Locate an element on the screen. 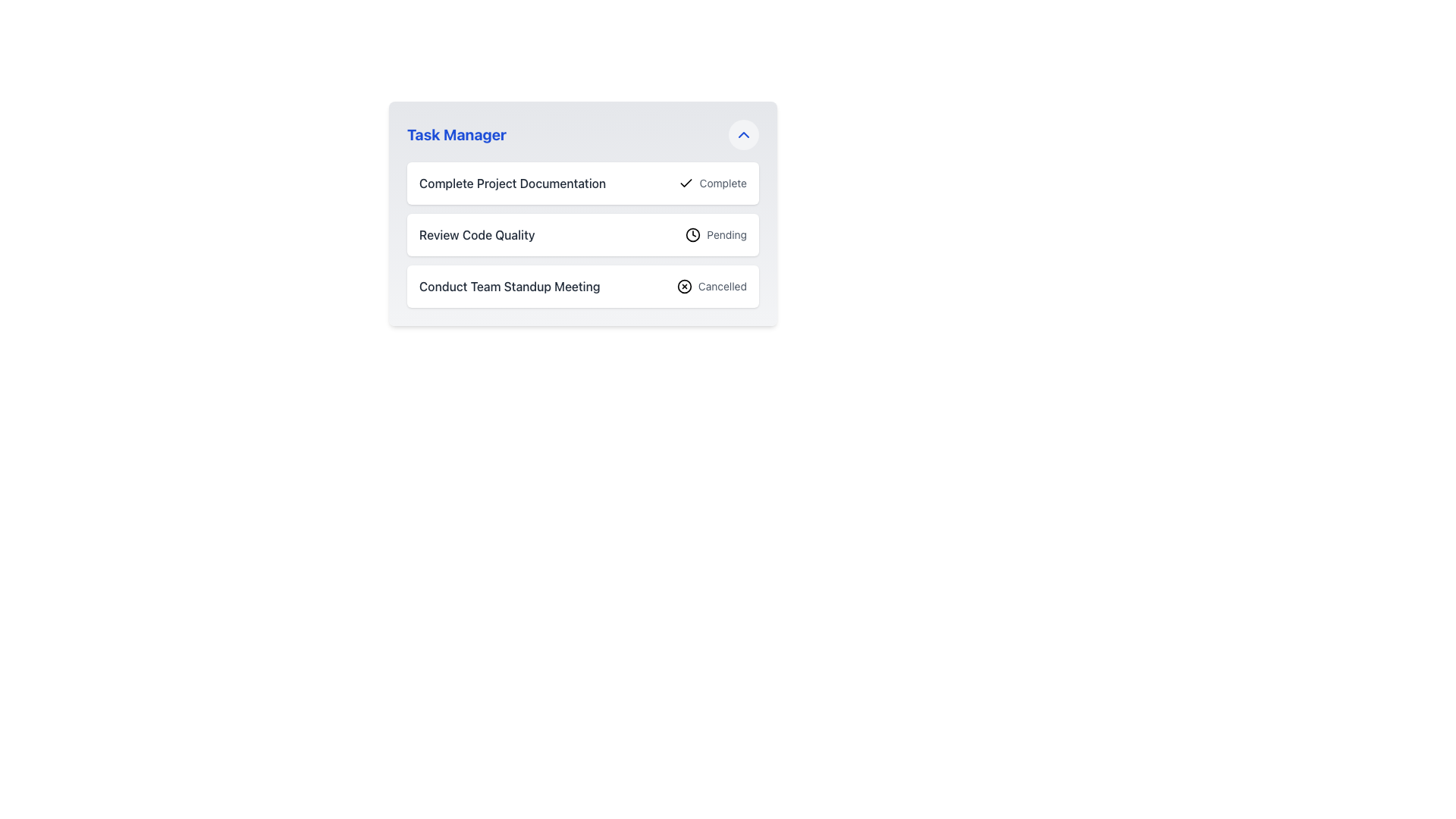 Image resolution: width=1456 pixels, height=819 pixels. text 'Complete' next to the check icon in the task entry labeled 'Complete Project Documentation' within the 'Task Manager' section is located at coordinates (711, 183).